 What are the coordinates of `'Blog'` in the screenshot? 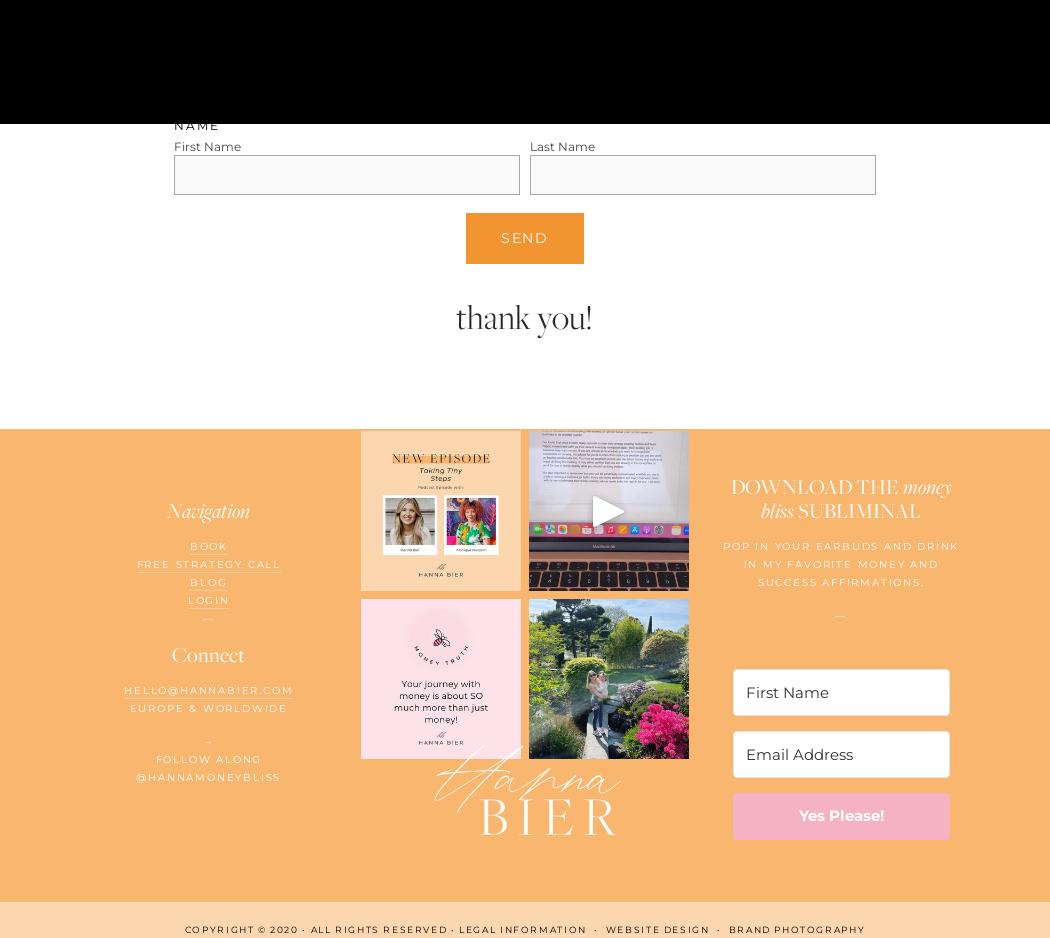 It's located at (207, 581).